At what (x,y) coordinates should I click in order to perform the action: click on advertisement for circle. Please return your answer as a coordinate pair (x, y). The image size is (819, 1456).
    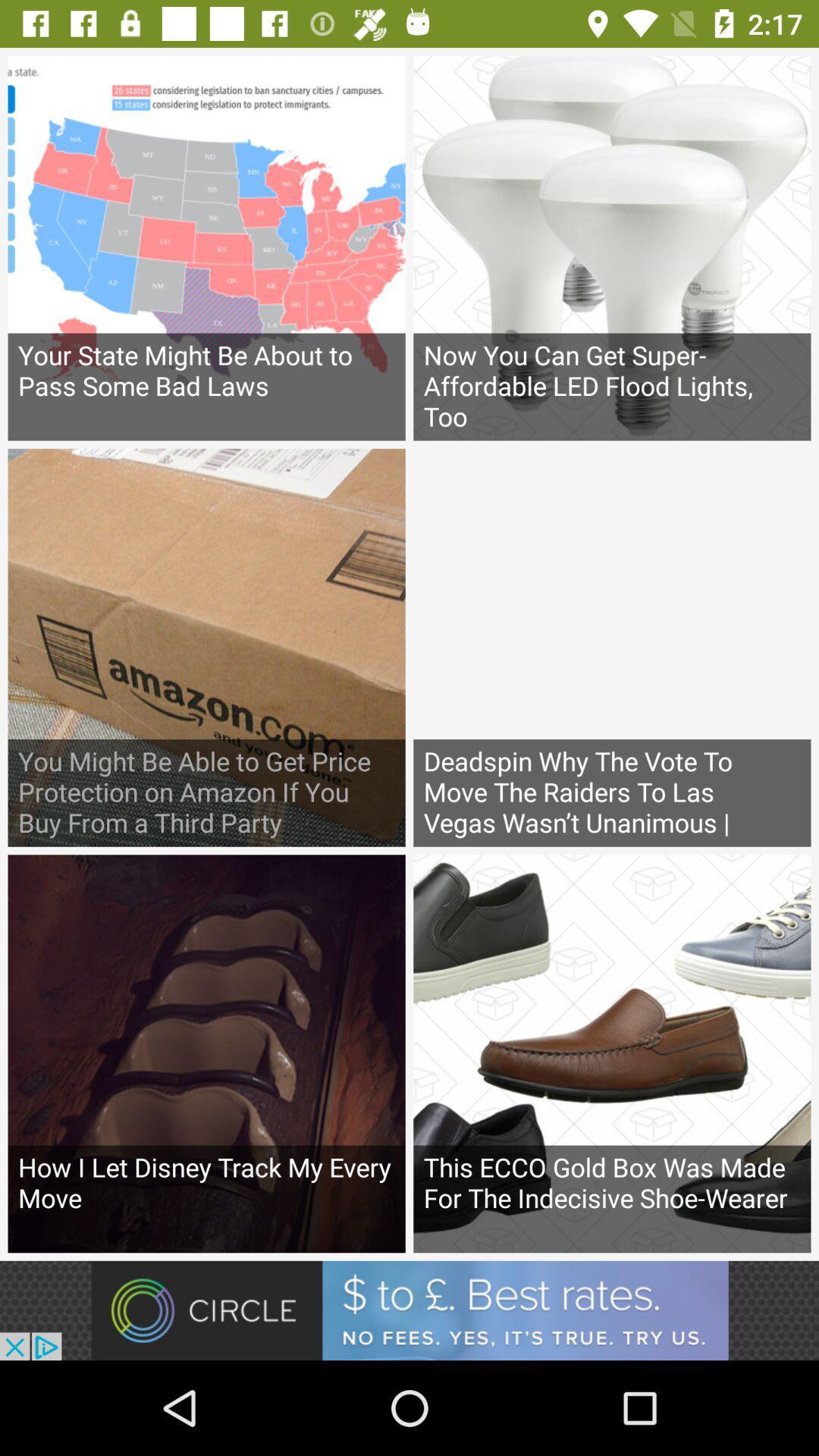
    Looking at the image, I should click on (409, 1310).